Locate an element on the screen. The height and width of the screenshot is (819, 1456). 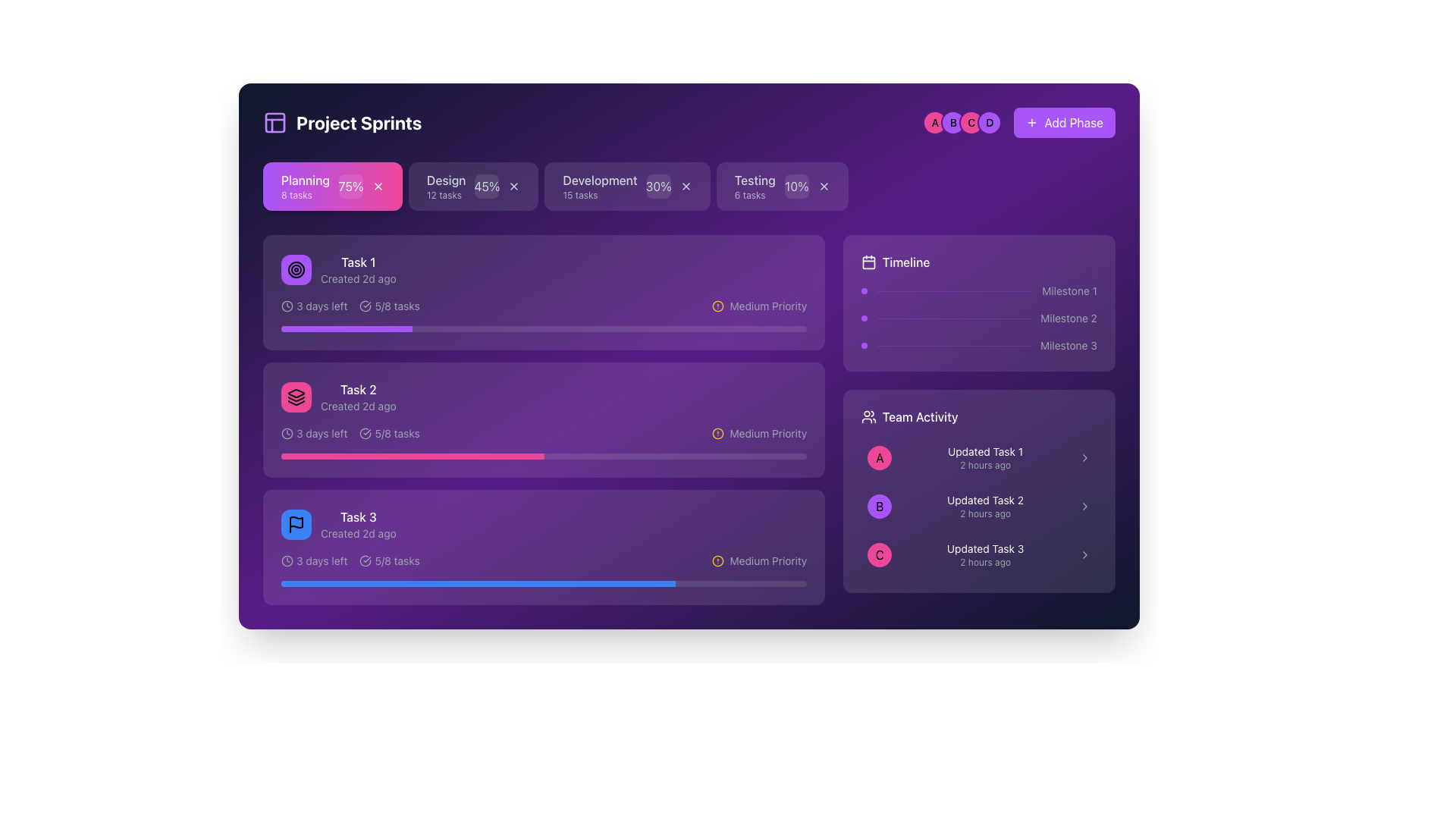
the small text label displaying '2 hours ago' located in the 'Team Activity' section beneath 'Updated Task 1' is located at coordinates (985, 464).